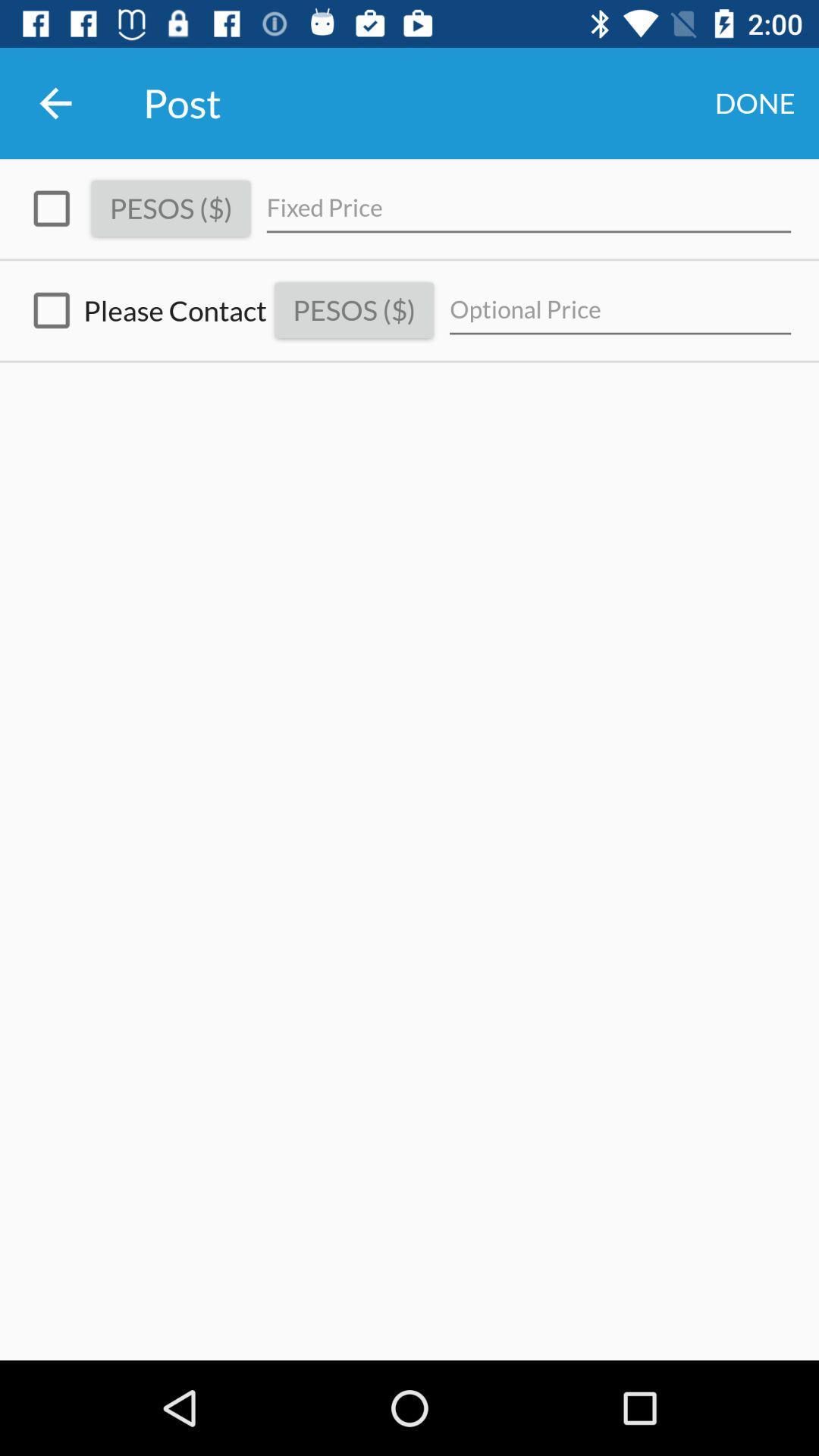 Image resolution: width=819 pixels, height=1456 pixels. Describe the element at coordinates (143, 309) in the screenshot. I see `icon to the left of the pesos ($)` at that location.